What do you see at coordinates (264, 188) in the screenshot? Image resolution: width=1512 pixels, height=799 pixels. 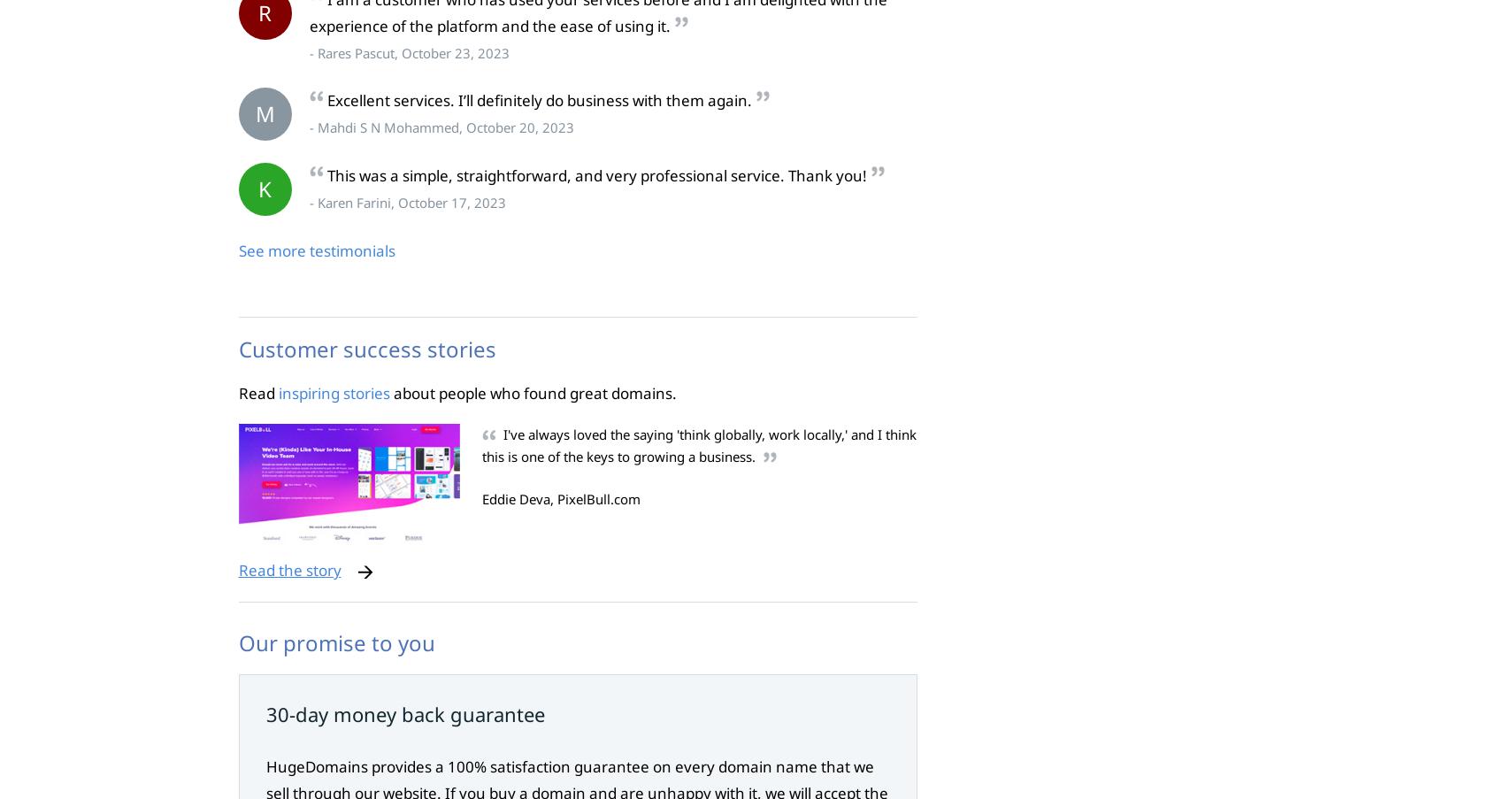 I see `'K'` at bounding box center [264, 188].